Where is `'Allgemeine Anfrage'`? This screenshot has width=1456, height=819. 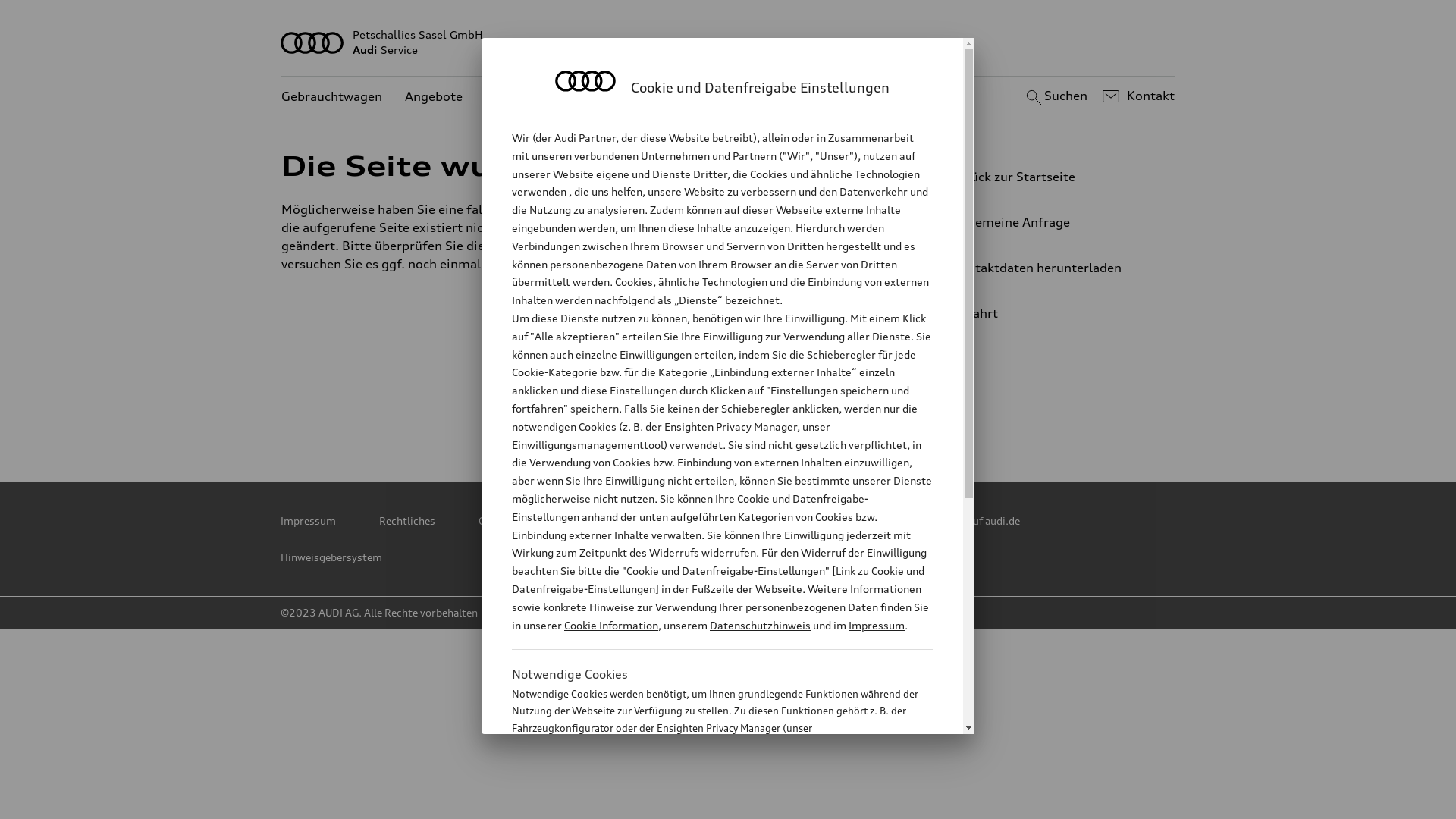
'Allgemeine Anfrage' is located at coordinates (1043, 222).